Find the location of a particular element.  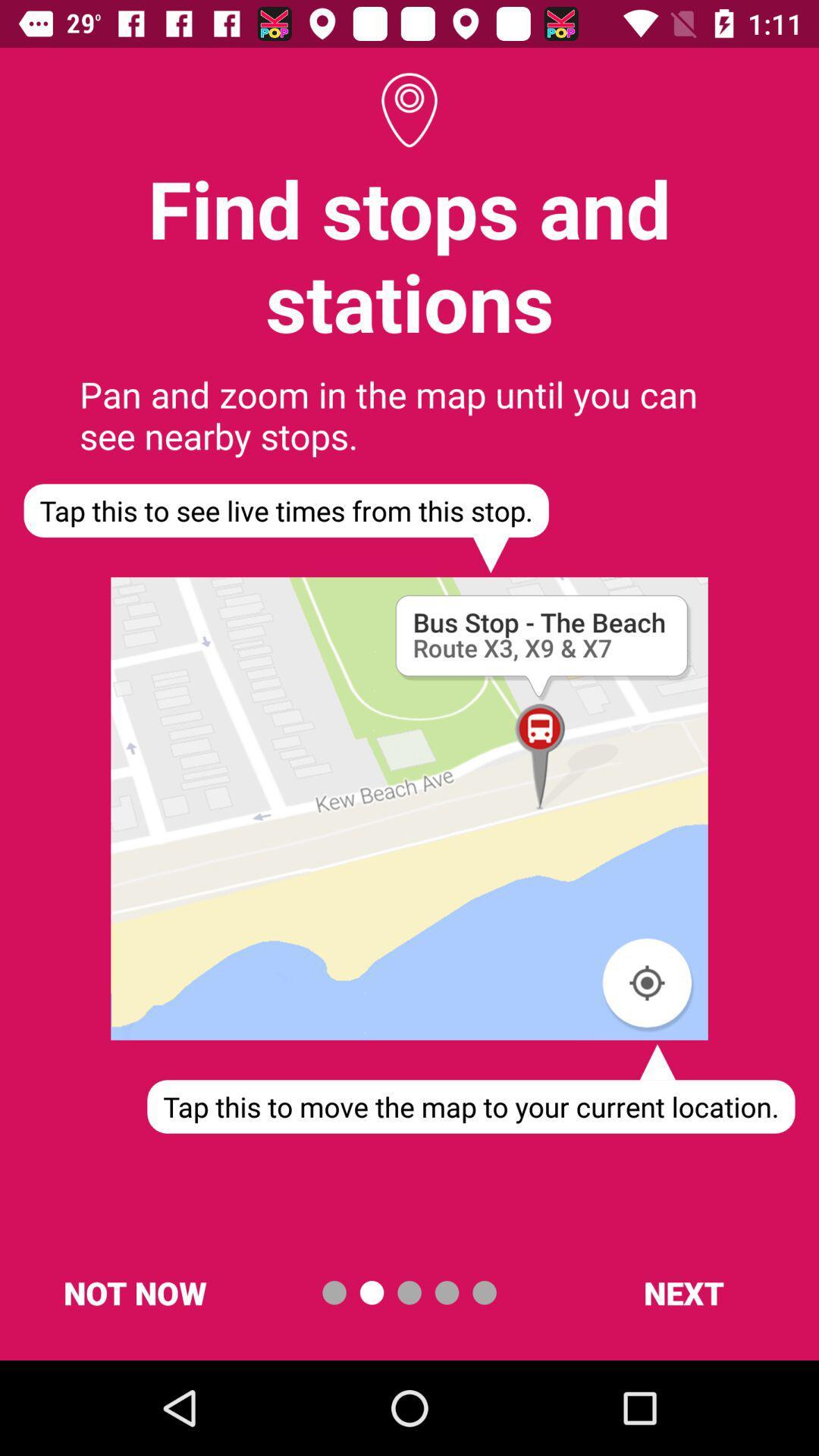

the button at bottom left corner of the page is located at coordinates (134, 1291).